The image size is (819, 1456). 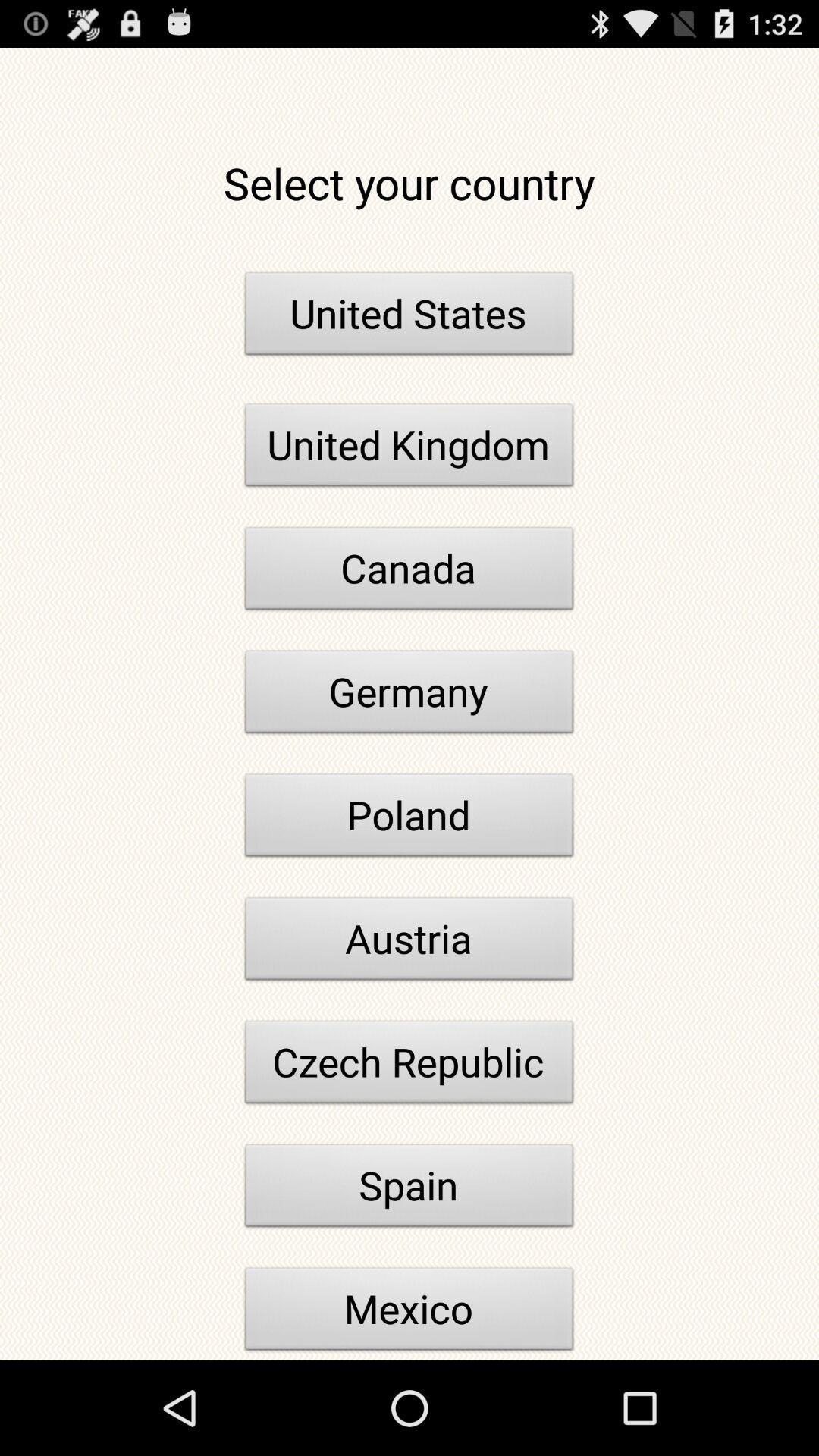 I want to click on czech republic item, so click(x=409, y=1065).